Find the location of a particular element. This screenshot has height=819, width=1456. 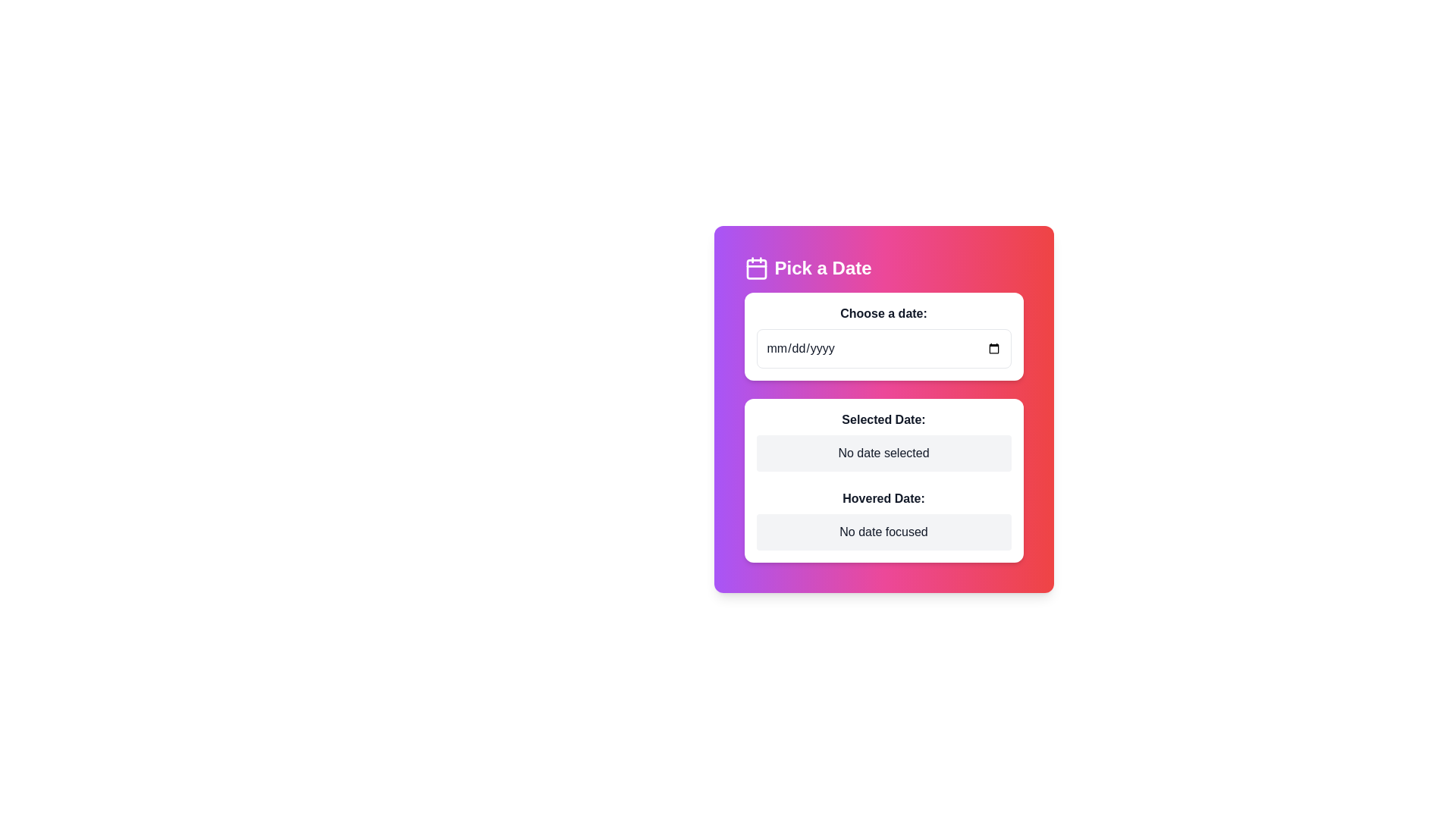

the calendar icon located to the left of the 'Pick a Date' text, which features a purple fill and a rectangular outline with rounded corners is located at coordinates (756, 268).